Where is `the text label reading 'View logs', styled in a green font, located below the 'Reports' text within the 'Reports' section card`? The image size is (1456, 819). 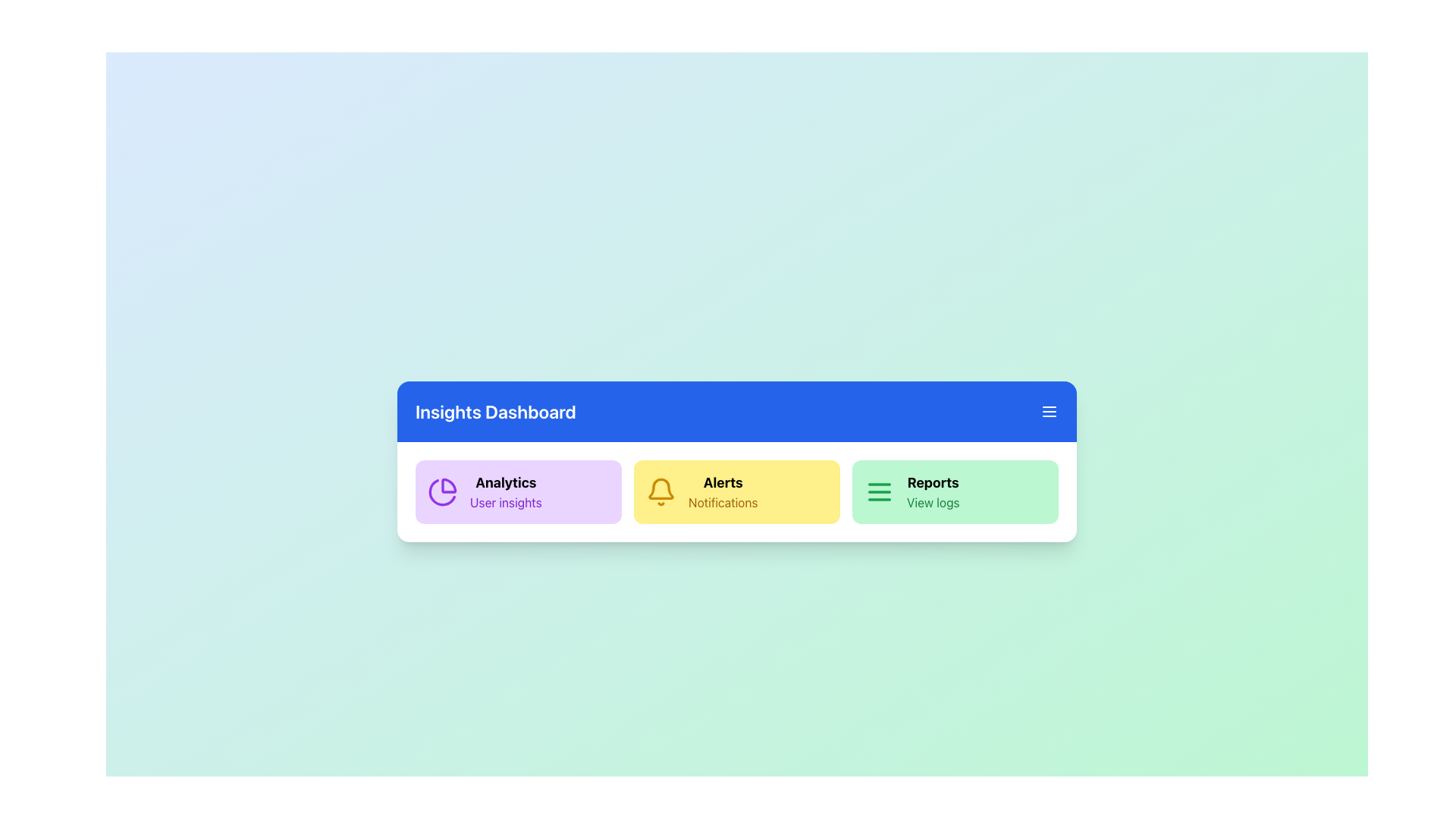
the text label reading 'View logs', styled in a green font, located below the 'Reports' text within the 'Reports' section card is located at coordinates (932, 503).